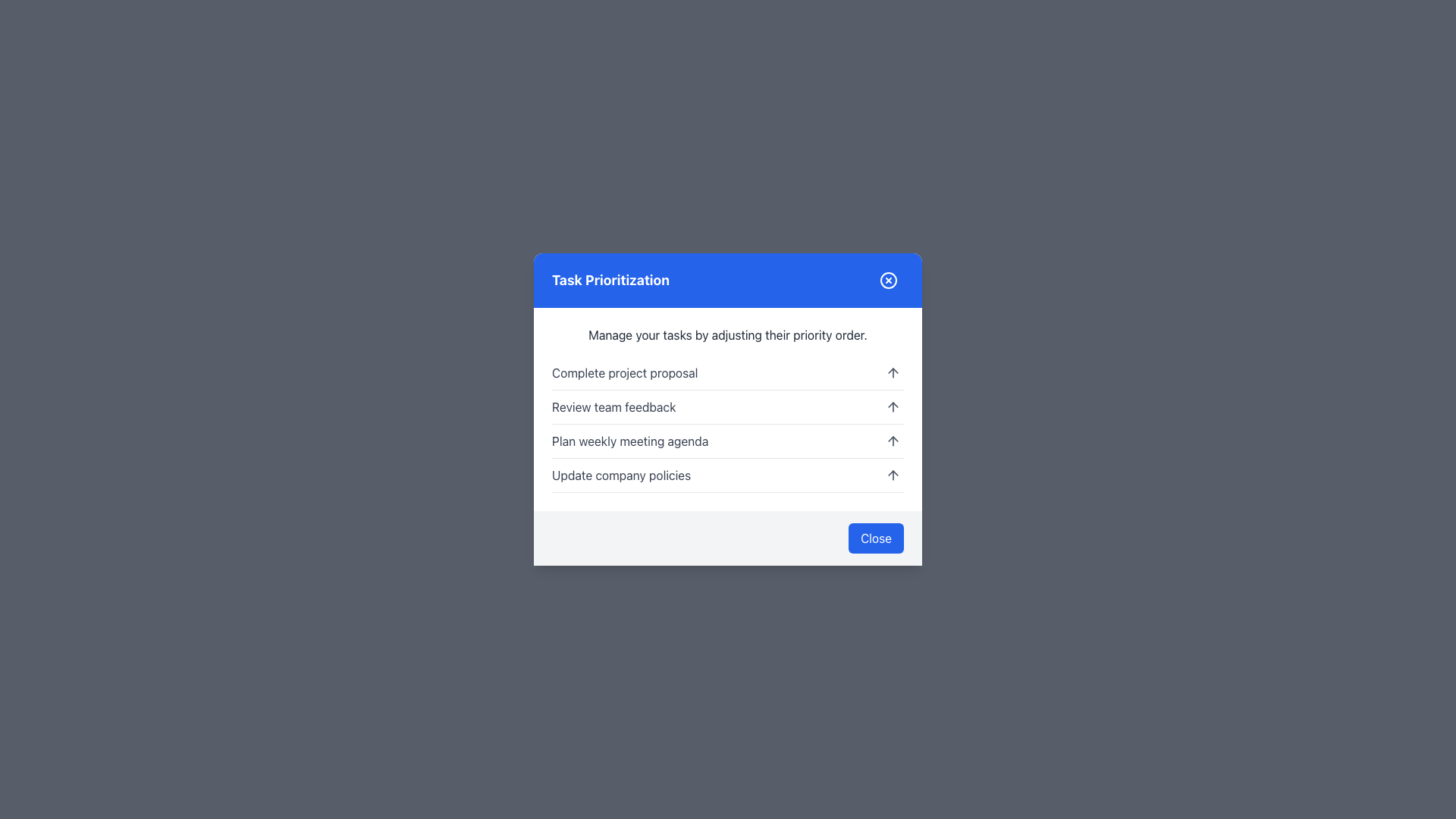 This screenshot has height=819, width=1456. Describe the element at coordinates (893, 406) in the screenshot. I see `the icon button located to the right of the row labeled 'Review team feedback'` at that location.